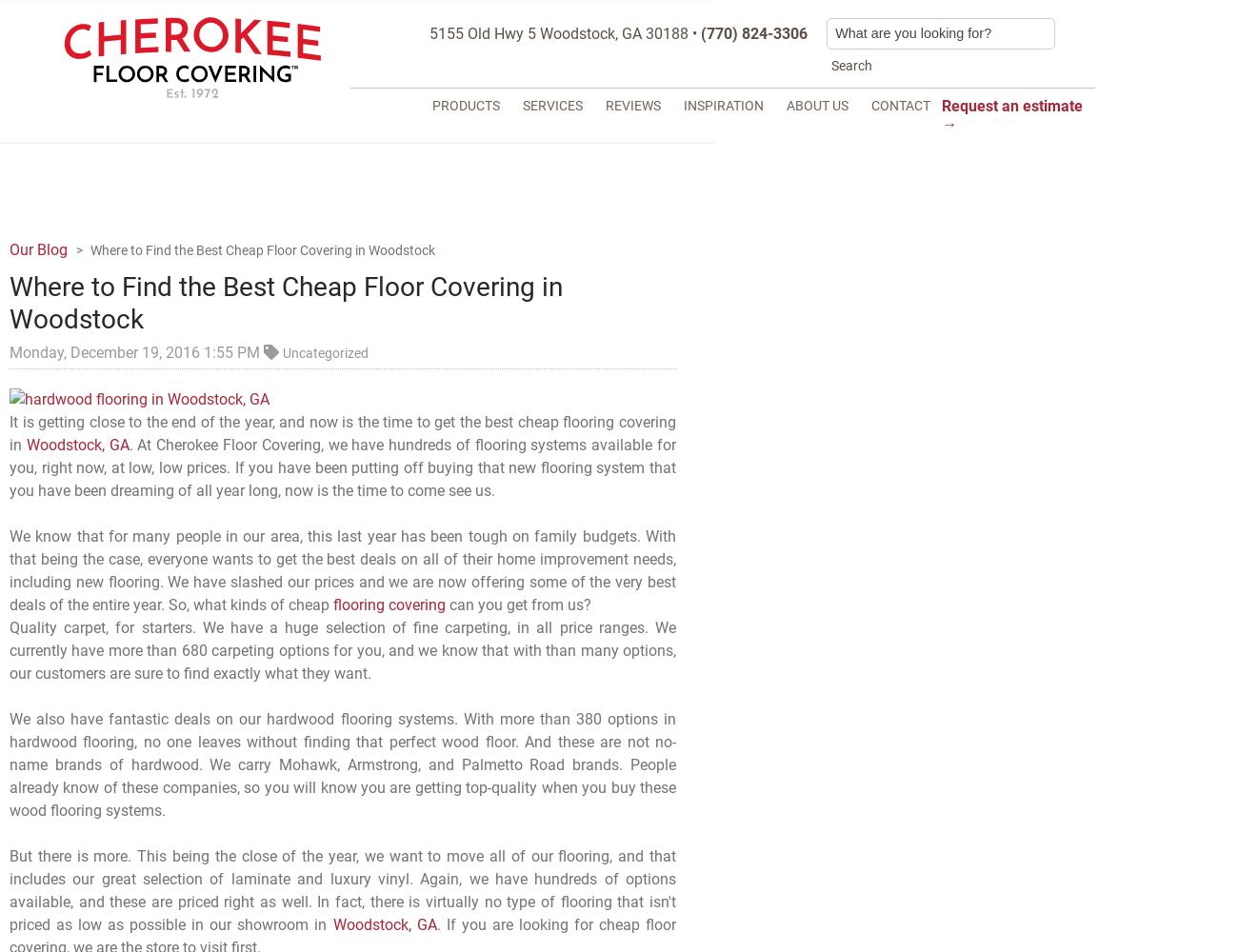 The height and width of the screenshot is (952, 1238). Describe the element at coordinates (9, 569) in the screenshot. I see `'We know that for many people in our area, this last year has been tough on family budgets. With that being the case, everyone wants to get the best deals on all of their home improvement needs, including new flooring. We have slashed our prices and we are now offering some of the very best deals of the entire year. So, what kinds of cheap'` at that location.